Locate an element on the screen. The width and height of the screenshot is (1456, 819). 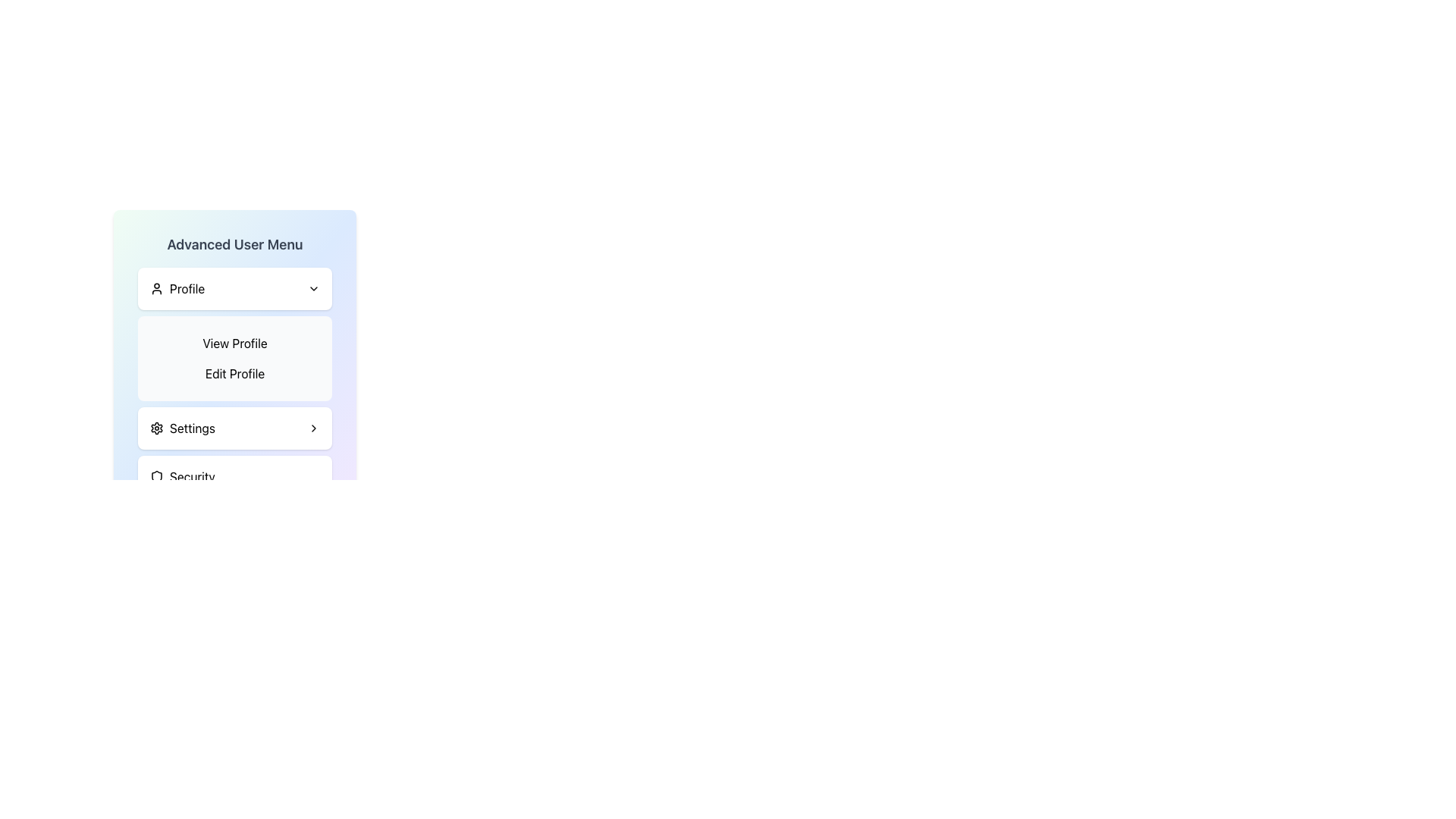
the text label for the settings menu option located in the third menu item of the 'Advanced User Menu', positioned next to a gear icon is located at coordinates (192, 428).